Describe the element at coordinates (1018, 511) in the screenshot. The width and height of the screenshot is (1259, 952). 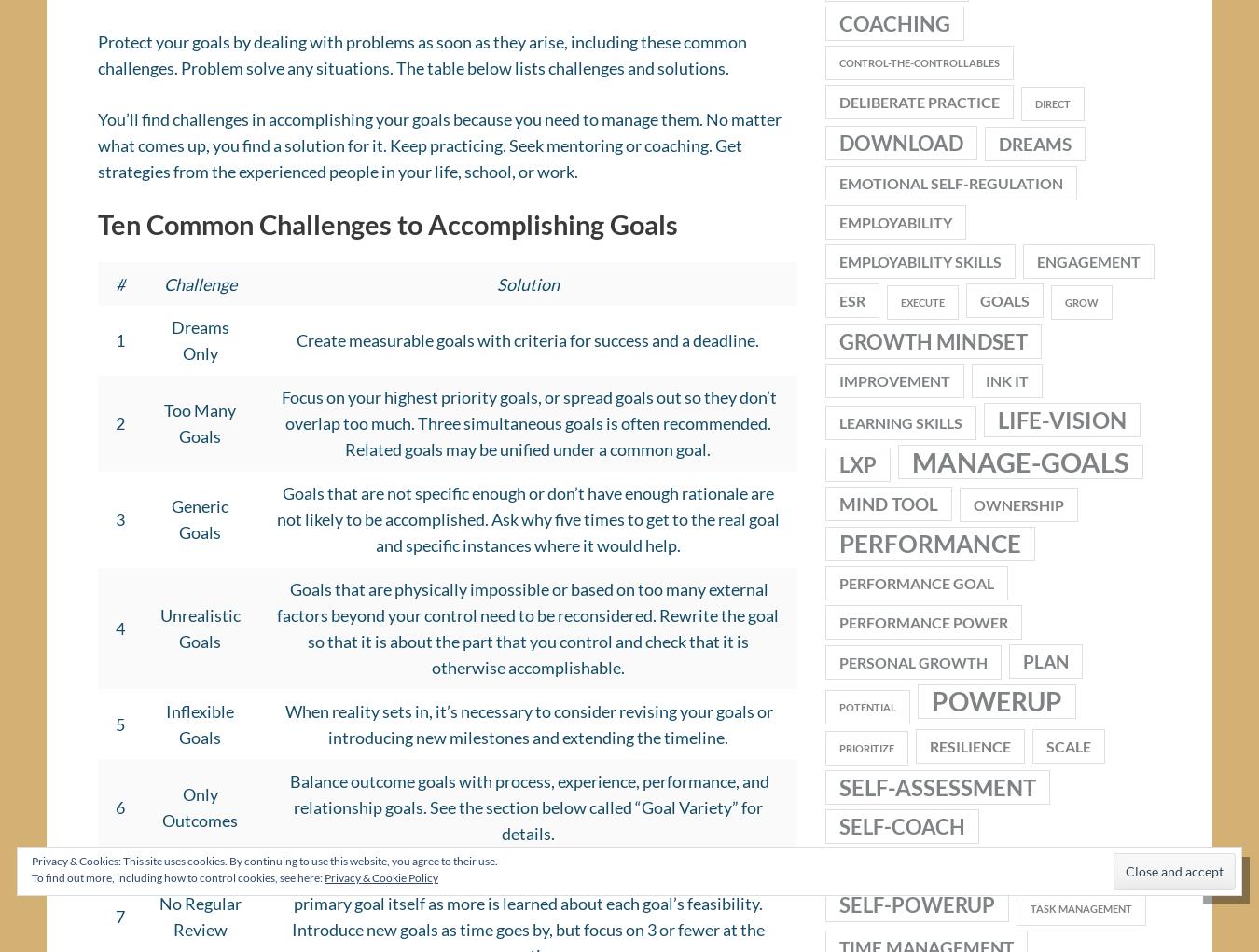
I see `'ownership'` at that location.